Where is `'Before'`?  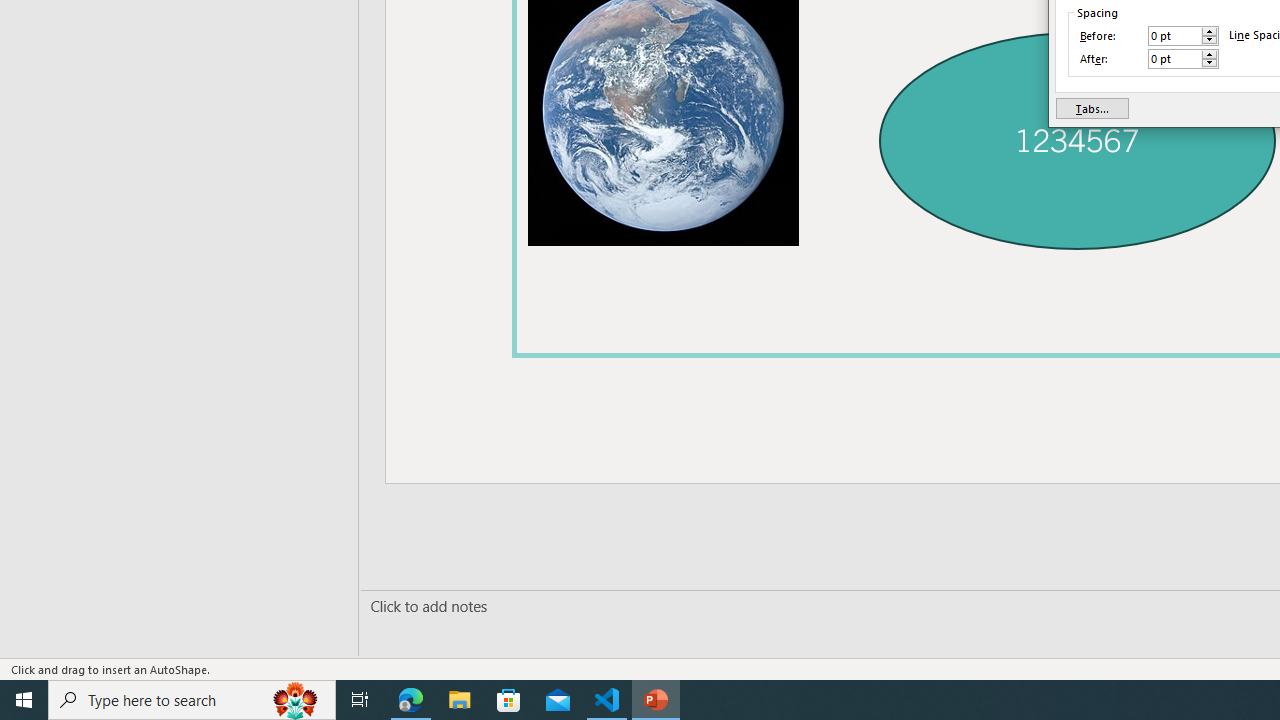 'Before' is located at coordinates (1183, 36).